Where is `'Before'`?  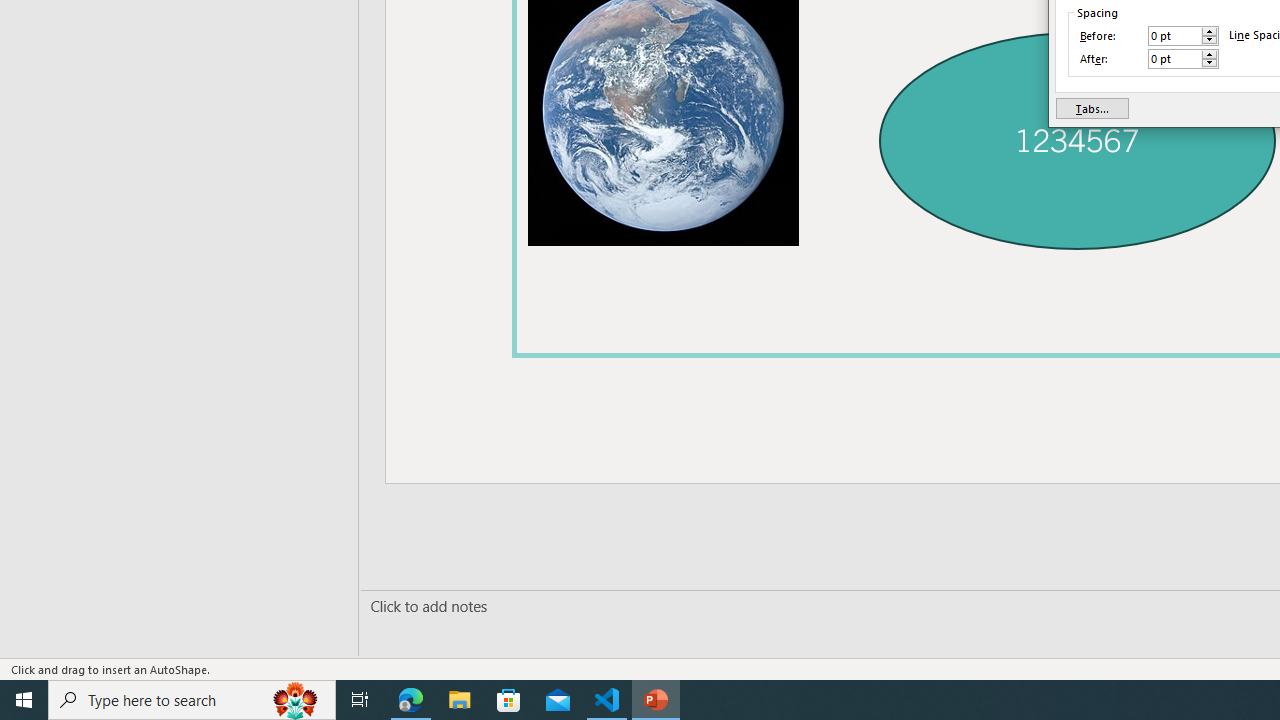 'Before' is located at coordinates (1183, 36).